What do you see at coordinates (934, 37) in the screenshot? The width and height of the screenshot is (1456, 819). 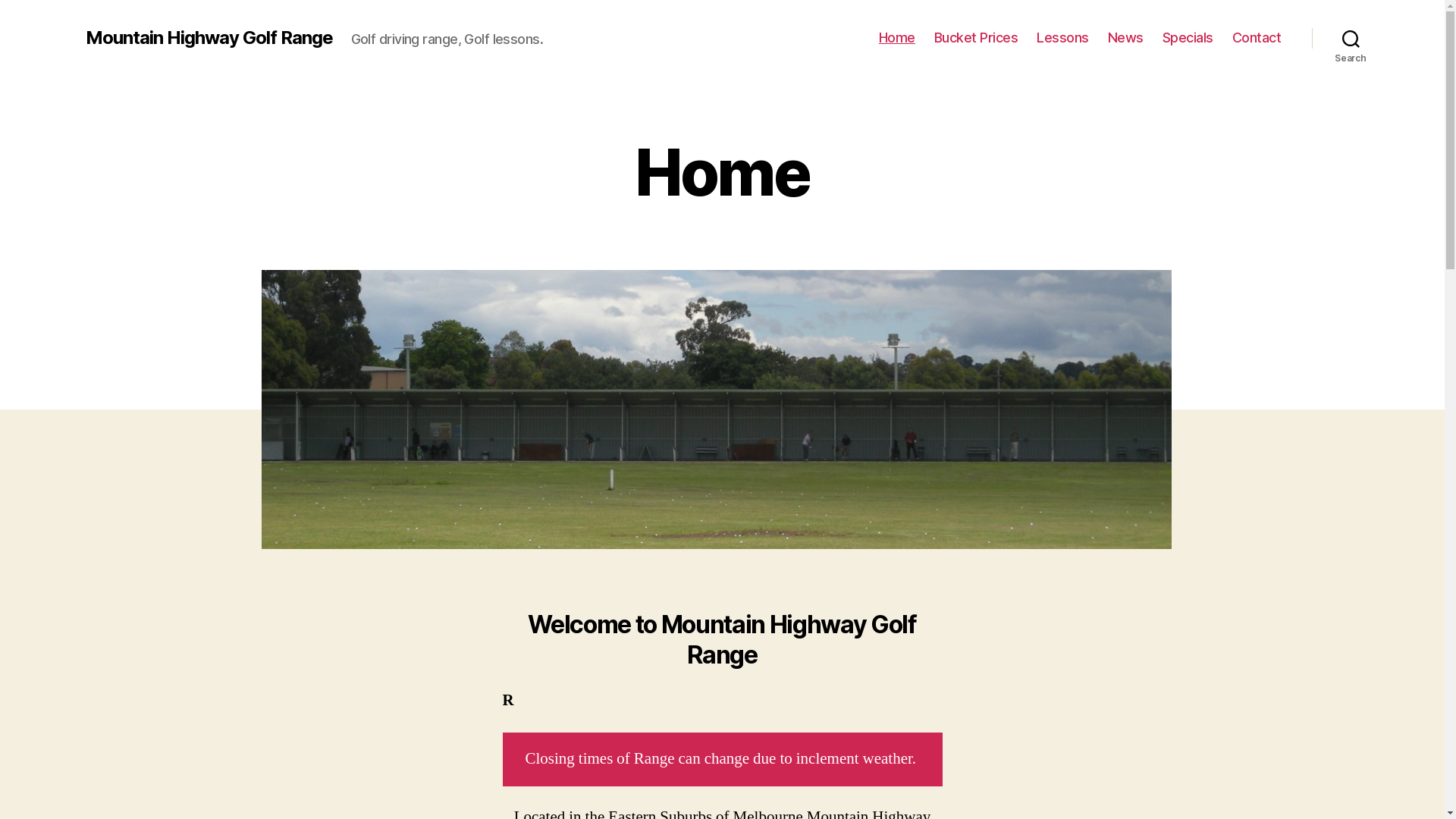 I see `'Bucket Prices'` at bounding box center [934, 37].